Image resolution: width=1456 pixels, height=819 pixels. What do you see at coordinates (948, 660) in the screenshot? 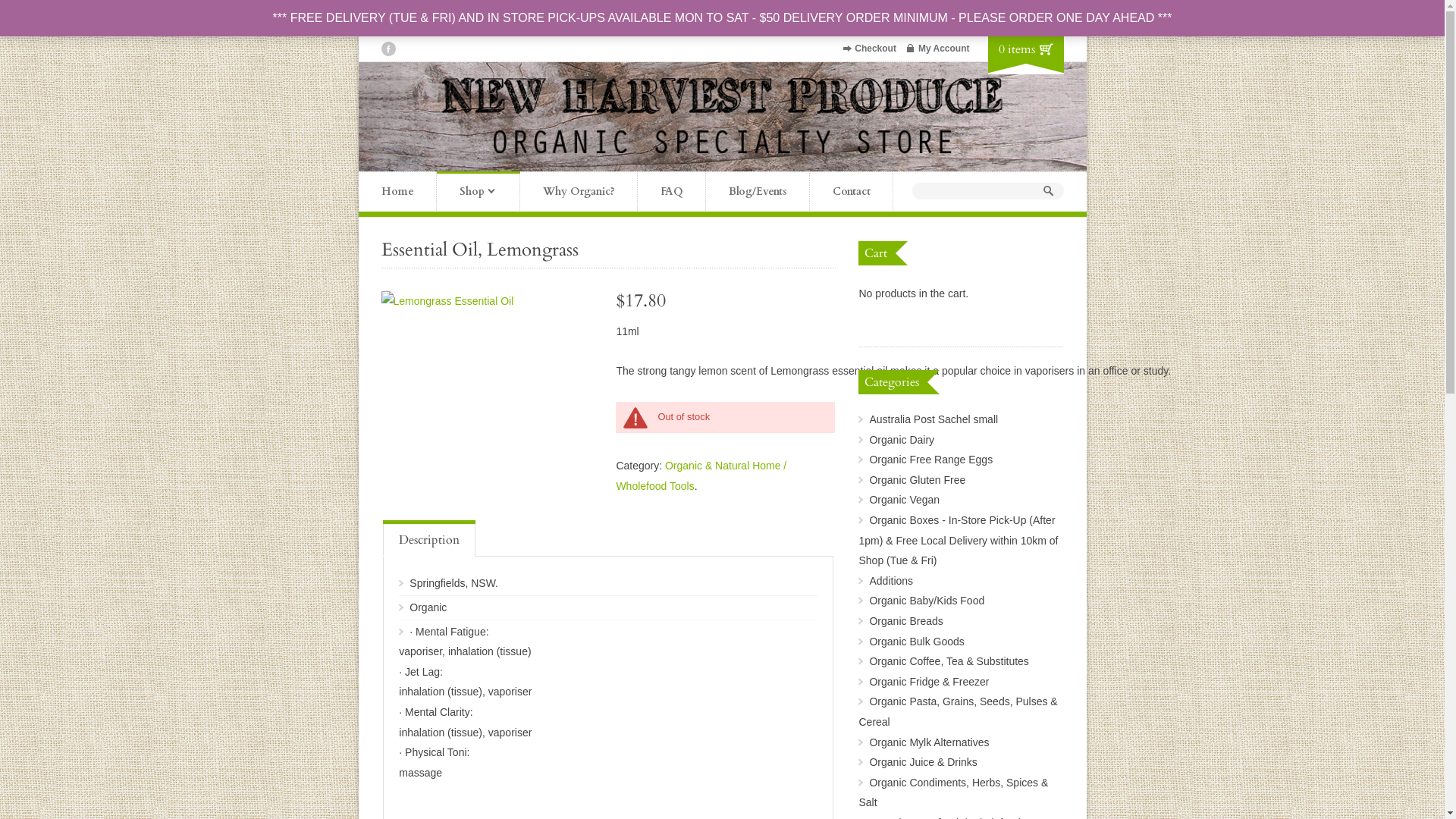
I see `'Organic Coffee, Tea & Substitutes'` at bounding box center [948, 660].